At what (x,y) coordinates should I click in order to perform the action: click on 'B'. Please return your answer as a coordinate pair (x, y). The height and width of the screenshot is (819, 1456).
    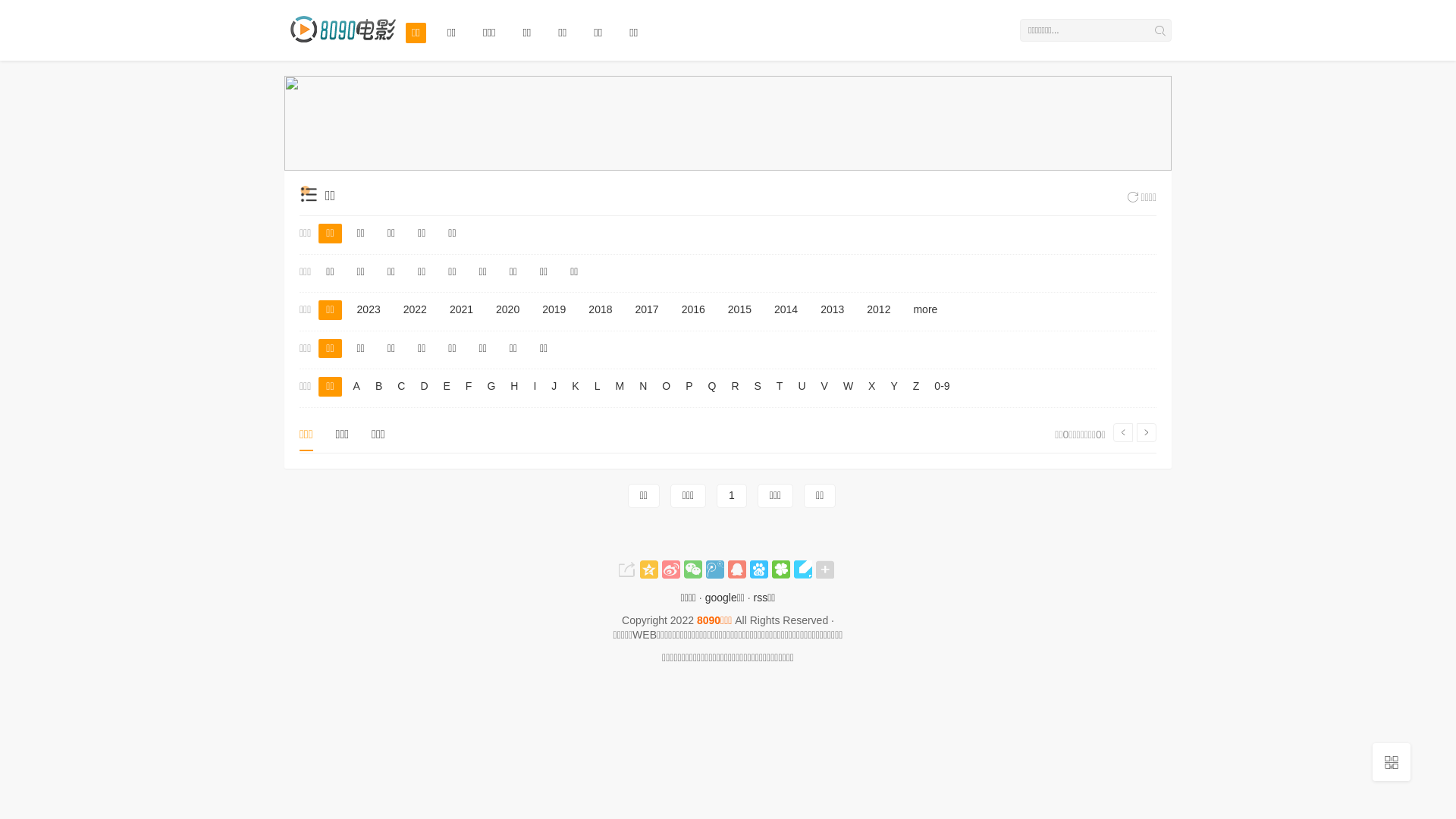
    Looking at the image, I should click on (378, 385).